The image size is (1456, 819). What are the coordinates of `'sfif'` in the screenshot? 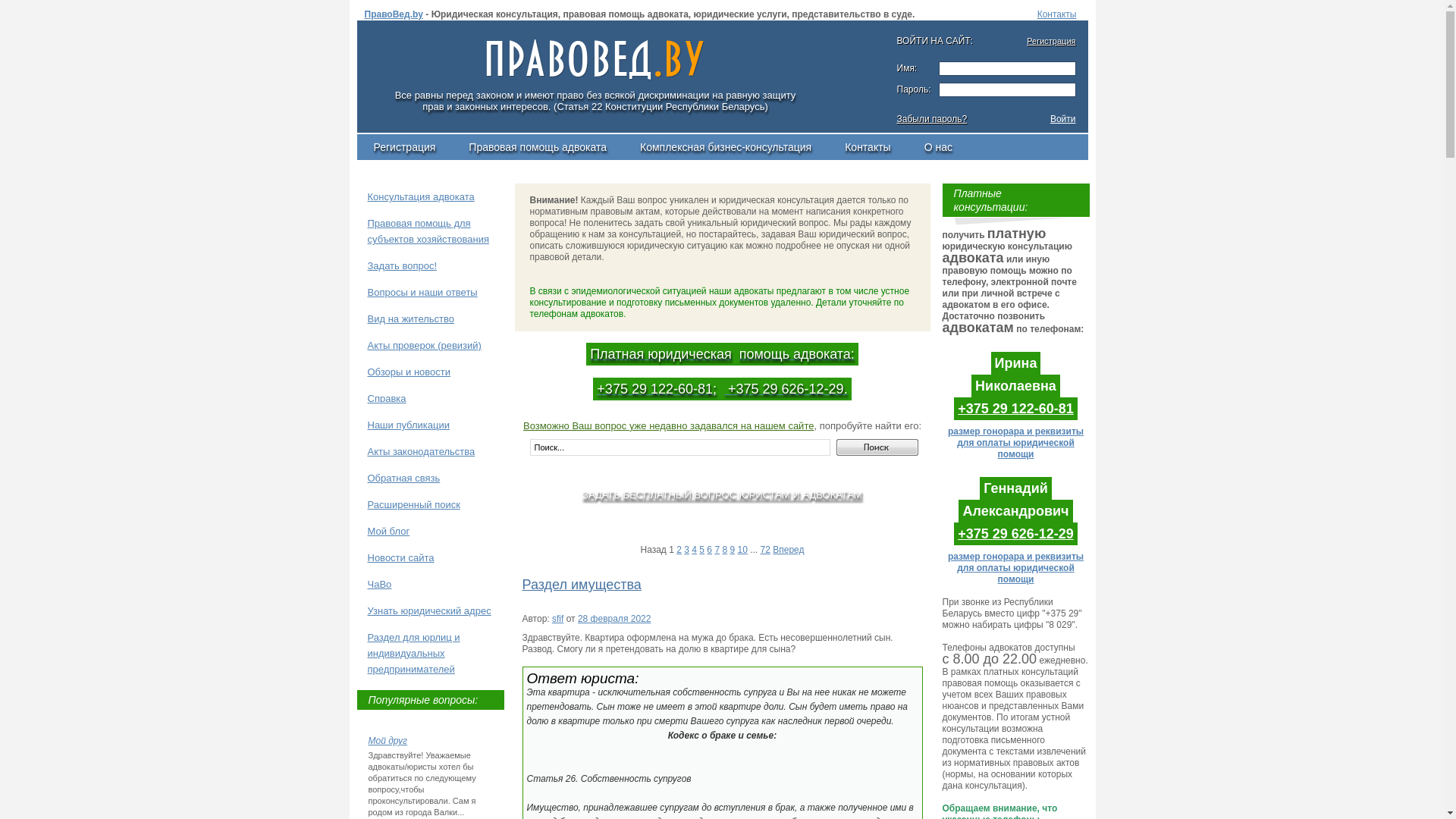 It's located at (557, 619).